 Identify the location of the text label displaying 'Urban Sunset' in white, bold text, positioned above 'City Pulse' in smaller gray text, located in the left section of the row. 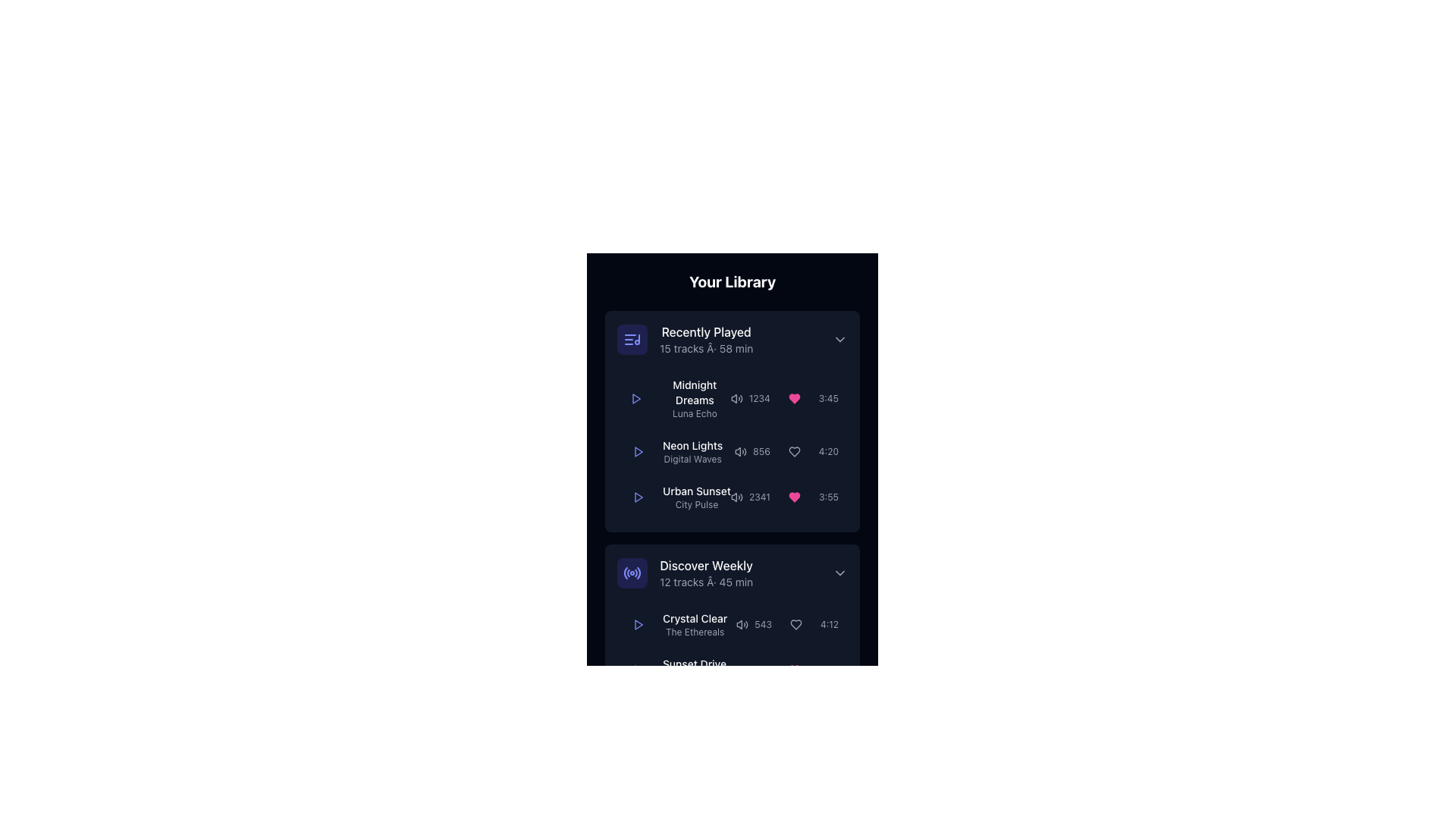
(677, 497).